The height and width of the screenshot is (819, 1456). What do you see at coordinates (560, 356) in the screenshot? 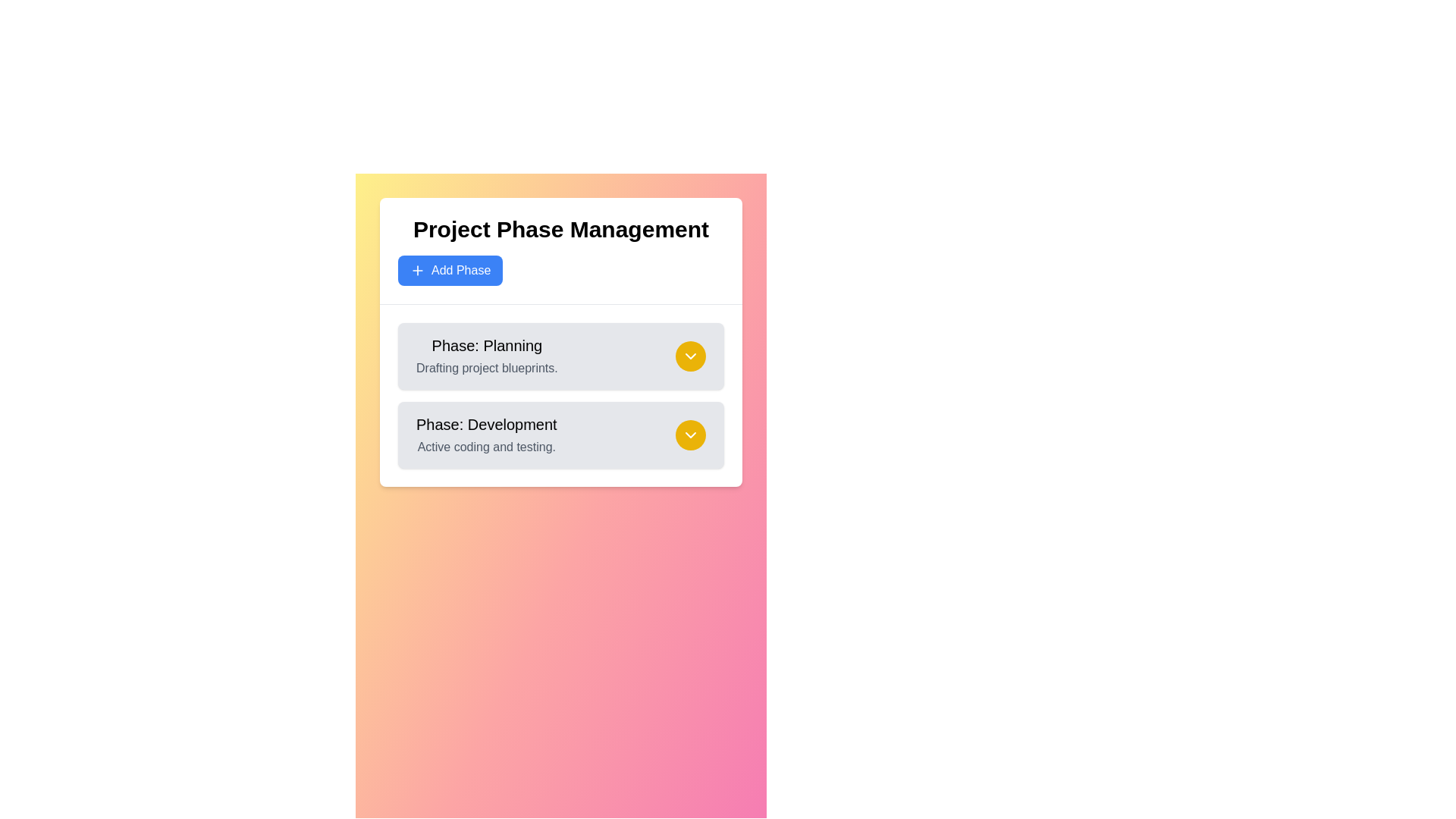
I see `the project management phase panel located near the center of the interface` at bounding box center [560, 356].